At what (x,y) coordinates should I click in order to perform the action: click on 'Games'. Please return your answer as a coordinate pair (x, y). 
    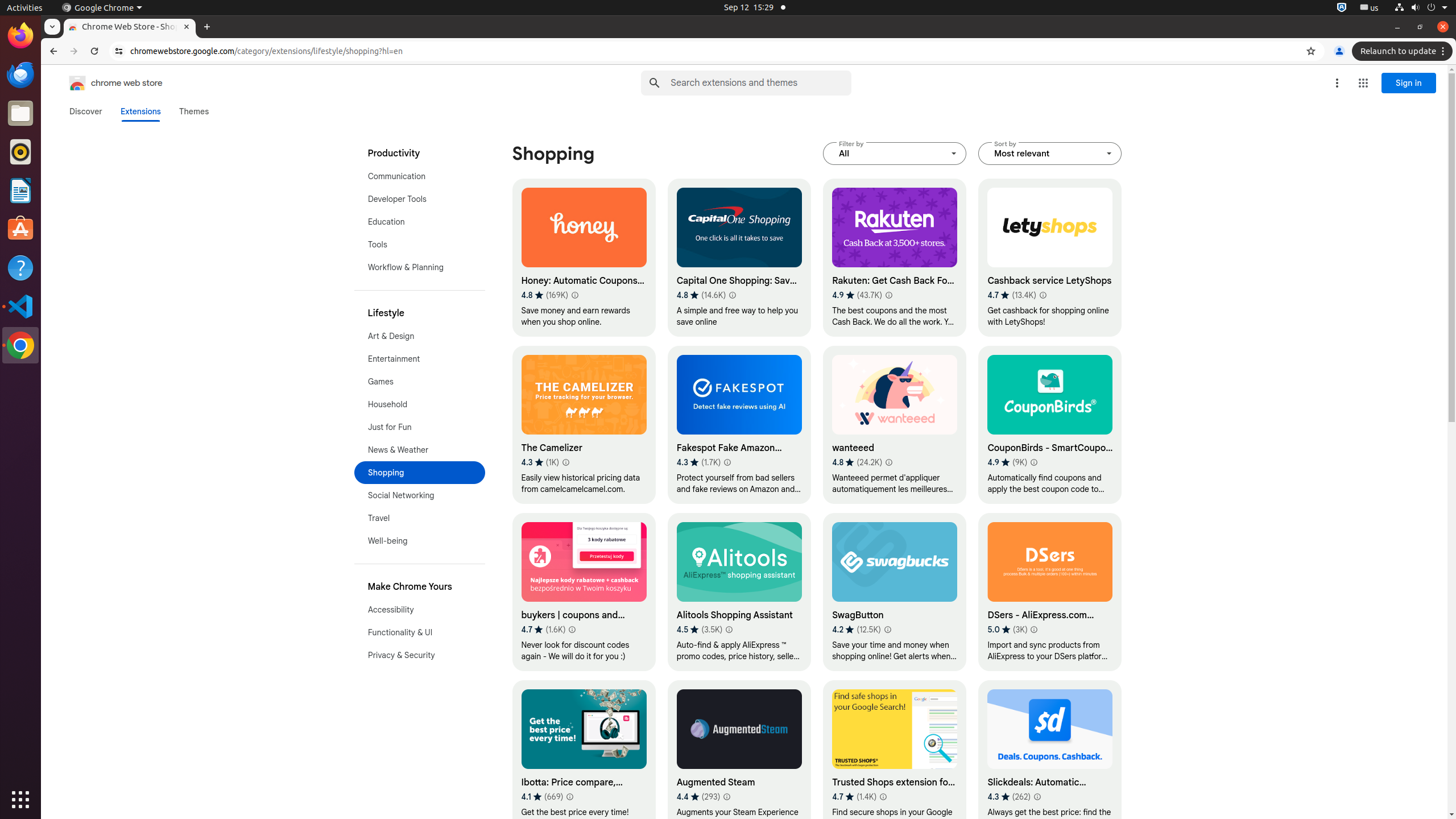
    Looking at the image, I should click on (419, 381).